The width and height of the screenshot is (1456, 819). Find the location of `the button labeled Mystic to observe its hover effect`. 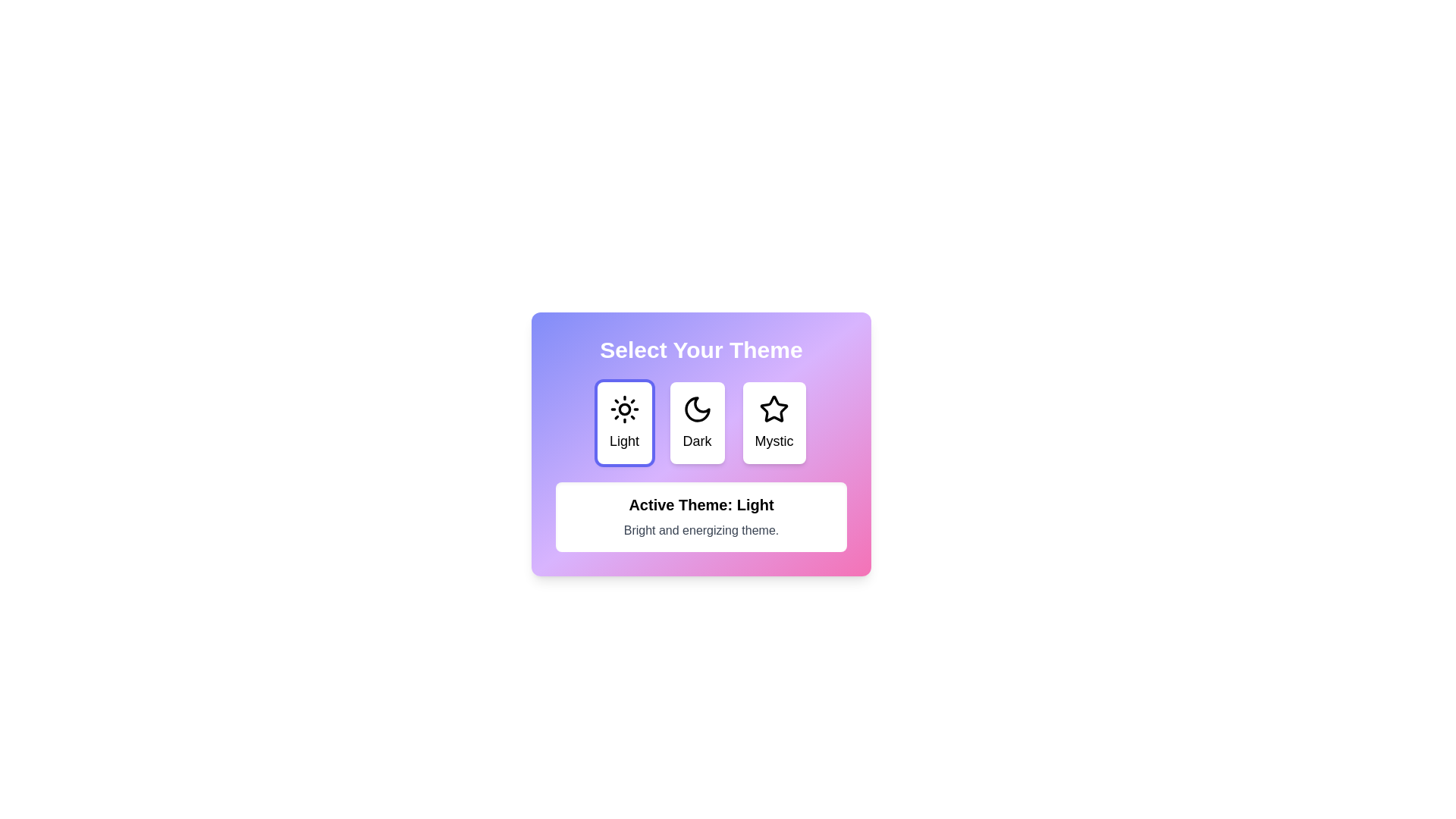

the button labeled Mystic to observe its hover effect is located at coordinates (774, 423).